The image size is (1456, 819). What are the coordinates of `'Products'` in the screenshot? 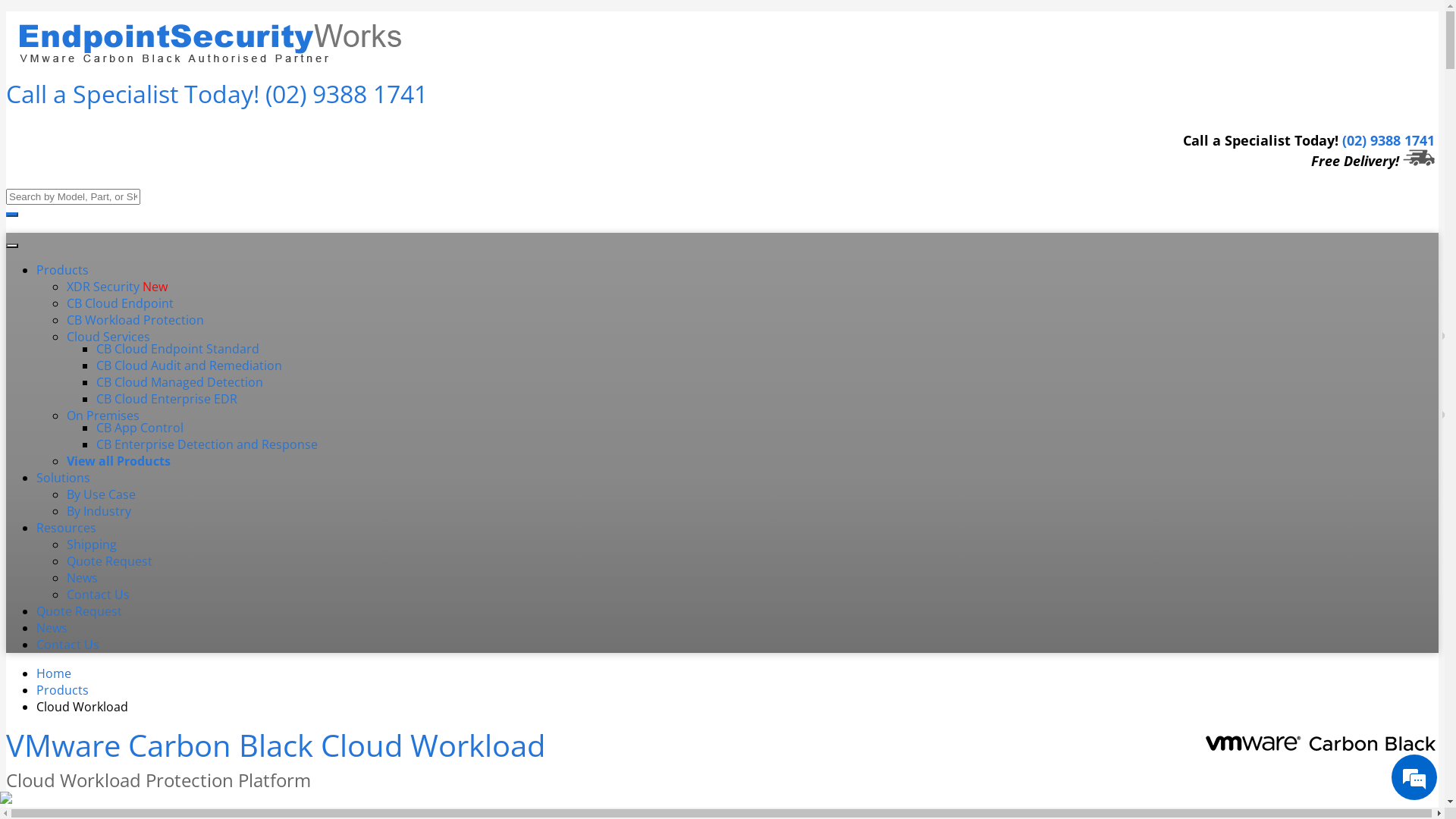 It's located at (36, 690).